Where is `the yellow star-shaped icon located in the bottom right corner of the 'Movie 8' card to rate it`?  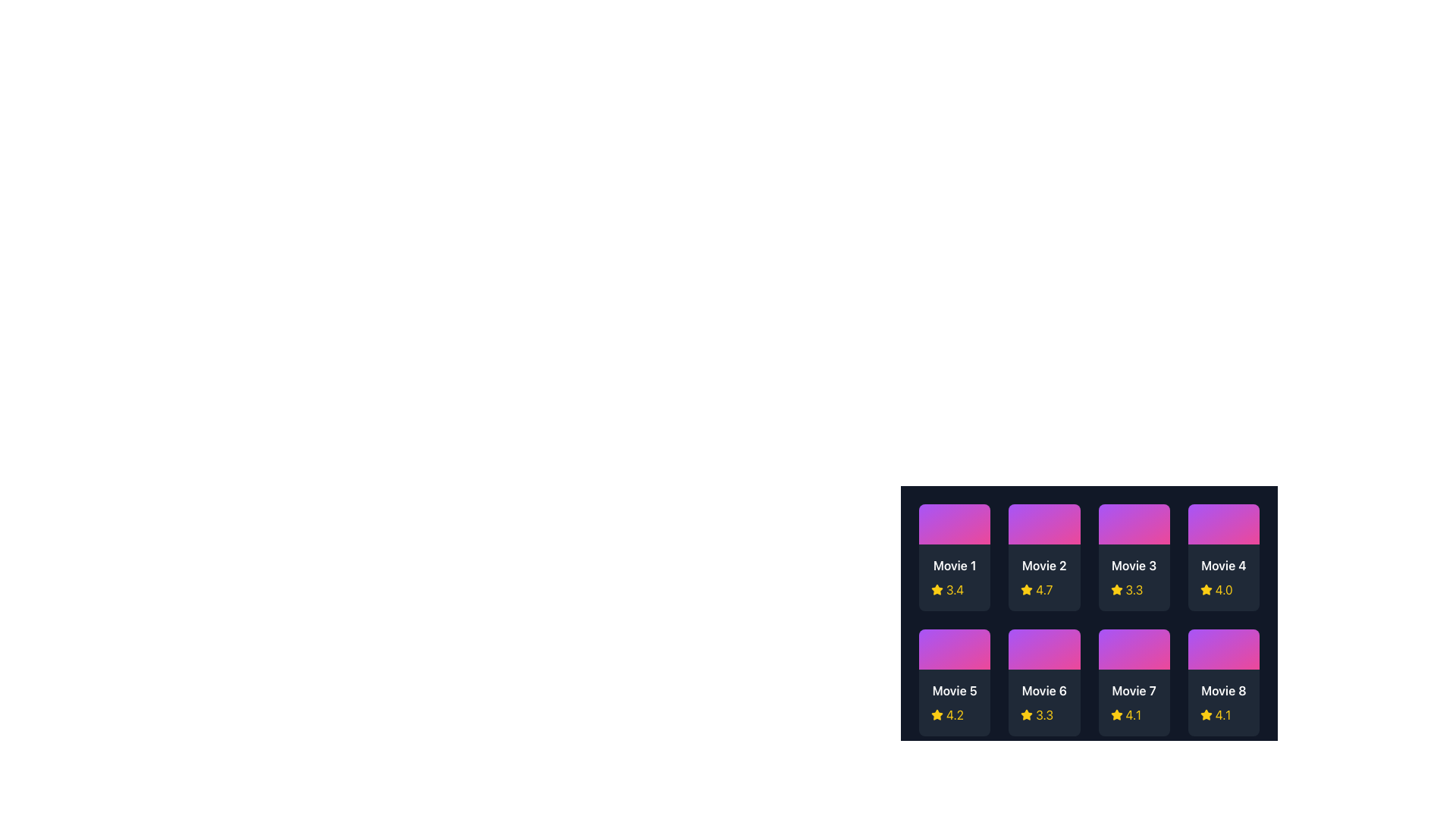 the yellow star-shaped icon located in the bottom right corner of the 'Movie 8' card to rate it is located at coordinates (1204, 714).